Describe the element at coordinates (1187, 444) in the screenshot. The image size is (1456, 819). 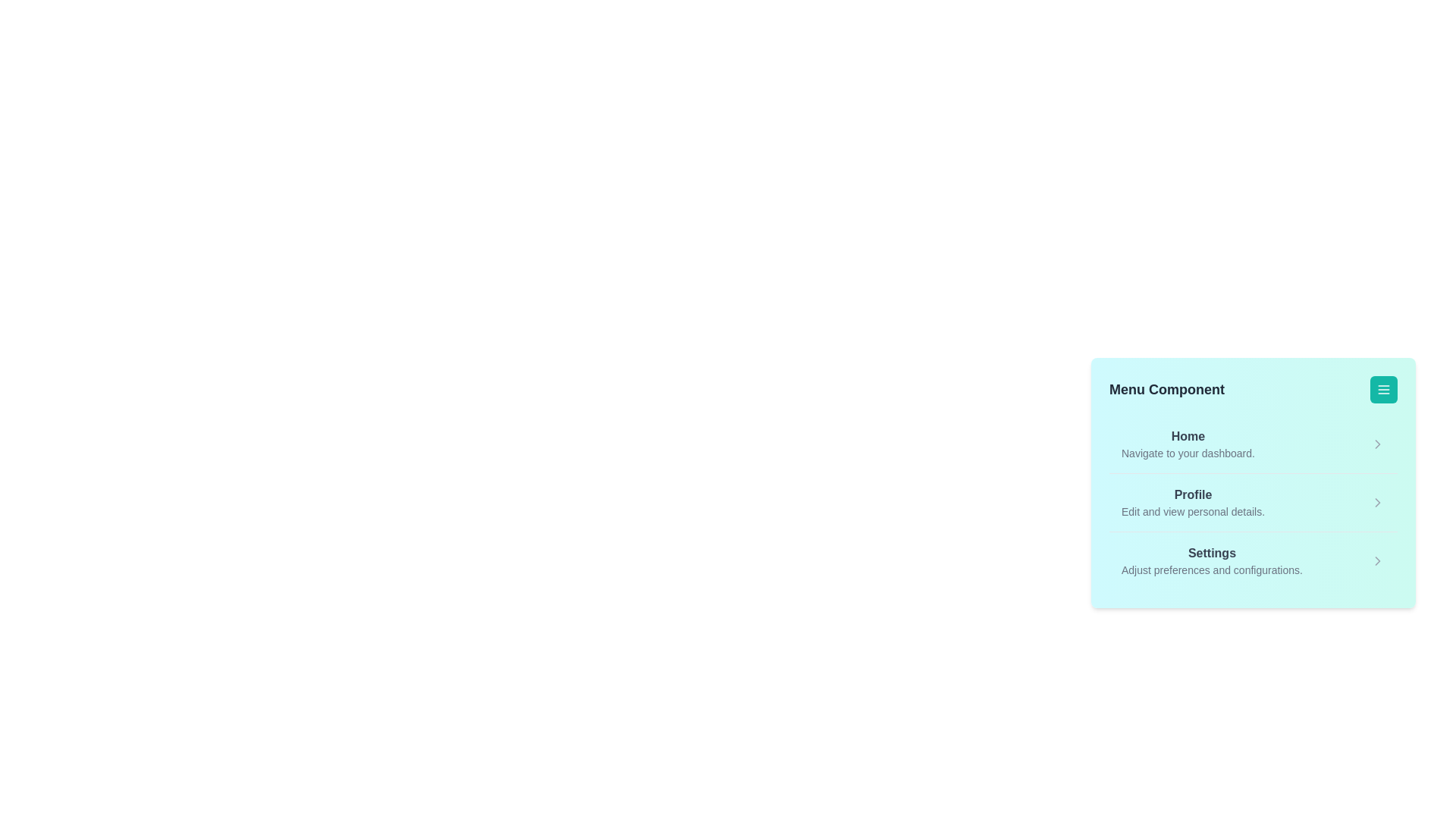
I see `the menu item Home to highlight it` at that location.